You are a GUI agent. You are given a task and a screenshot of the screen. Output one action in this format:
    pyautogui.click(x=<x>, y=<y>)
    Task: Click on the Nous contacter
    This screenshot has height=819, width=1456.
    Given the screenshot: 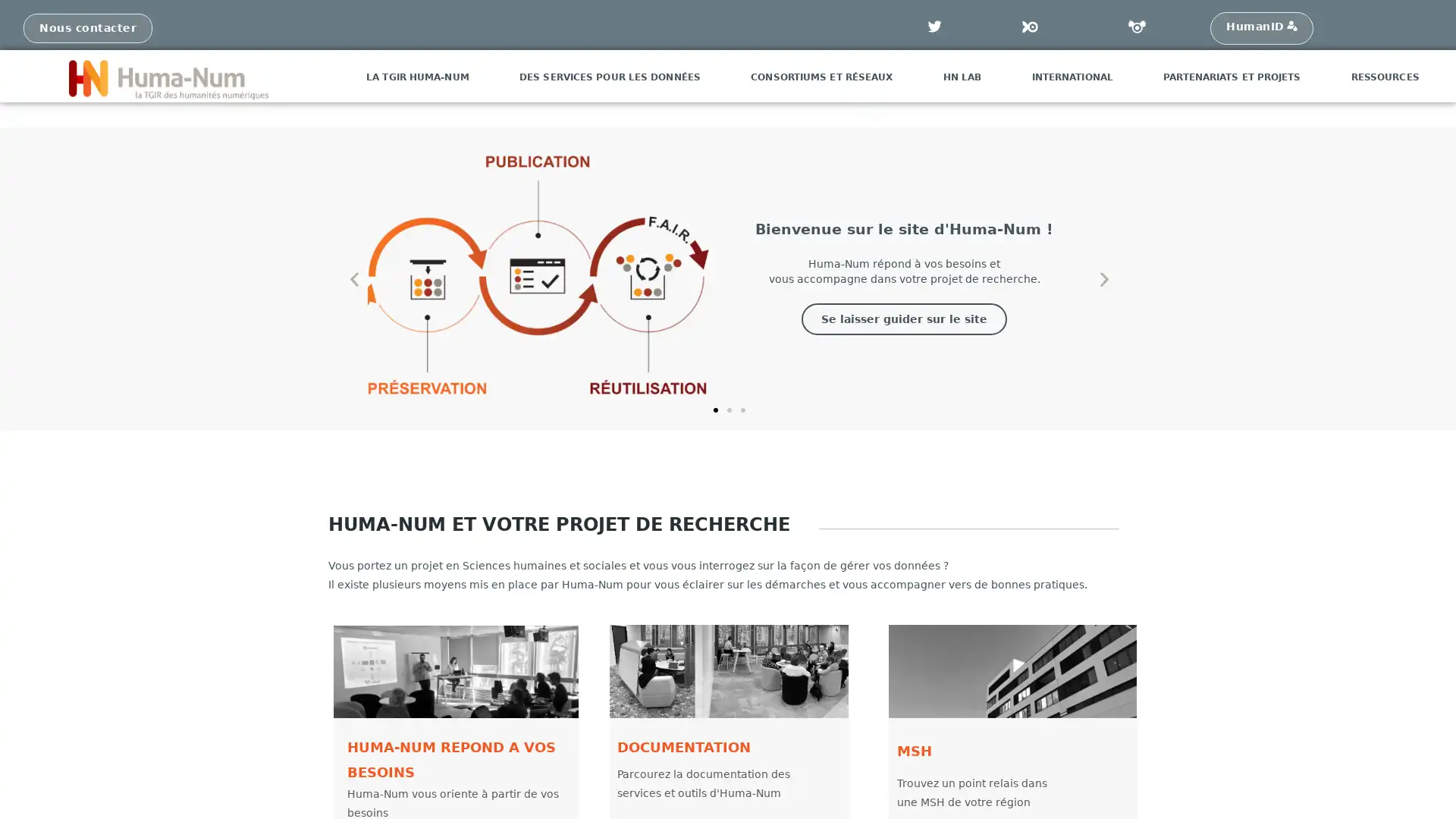 What is the action you would take?
    pyautogui.click(x=86, y=28)
    